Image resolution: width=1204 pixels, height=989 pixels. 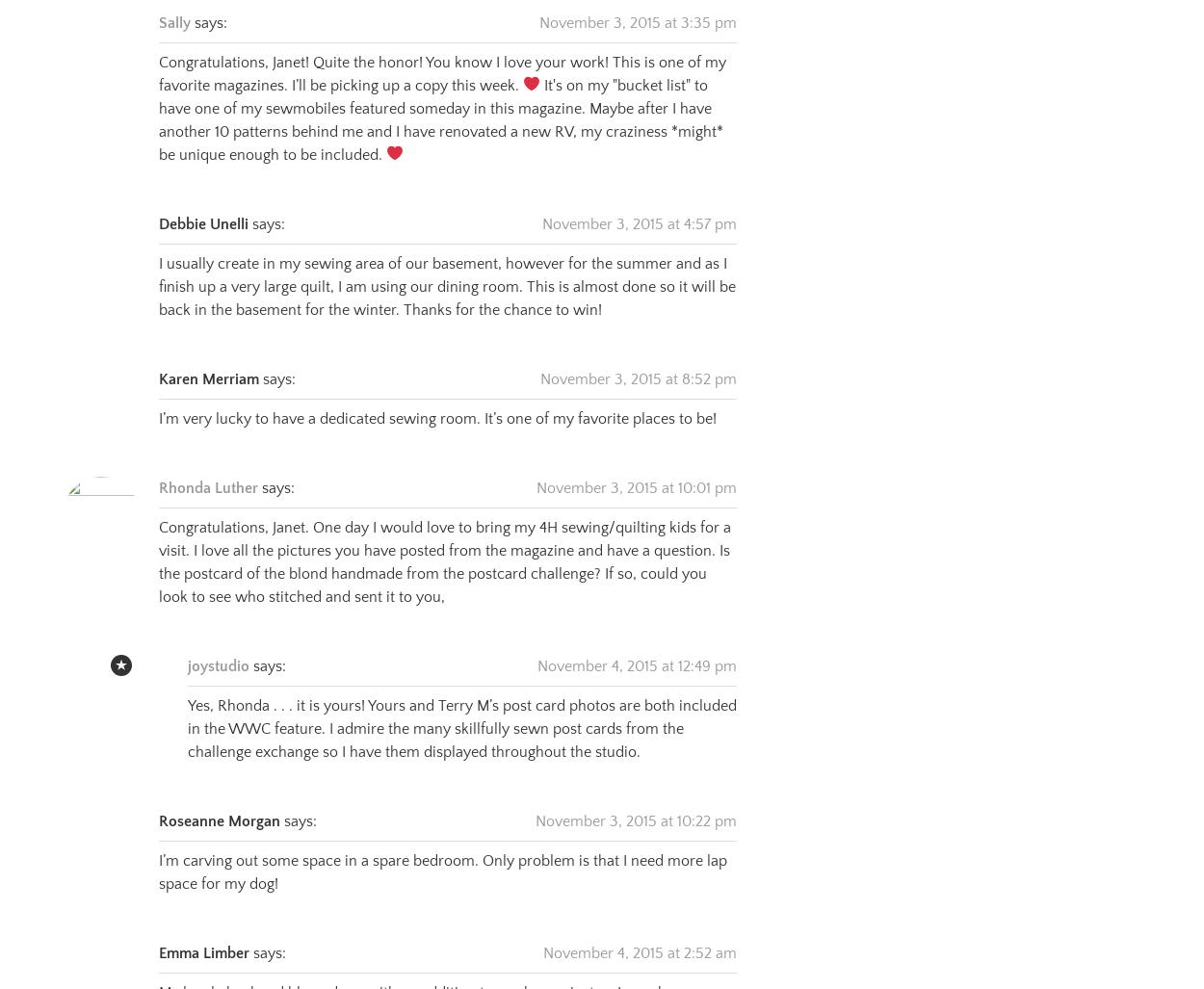 What do you see at coordinates (640, 198) in the screenshot?
I see `'November 3, 2015 at 4:57 pm'` at bounding box center [640, 198].